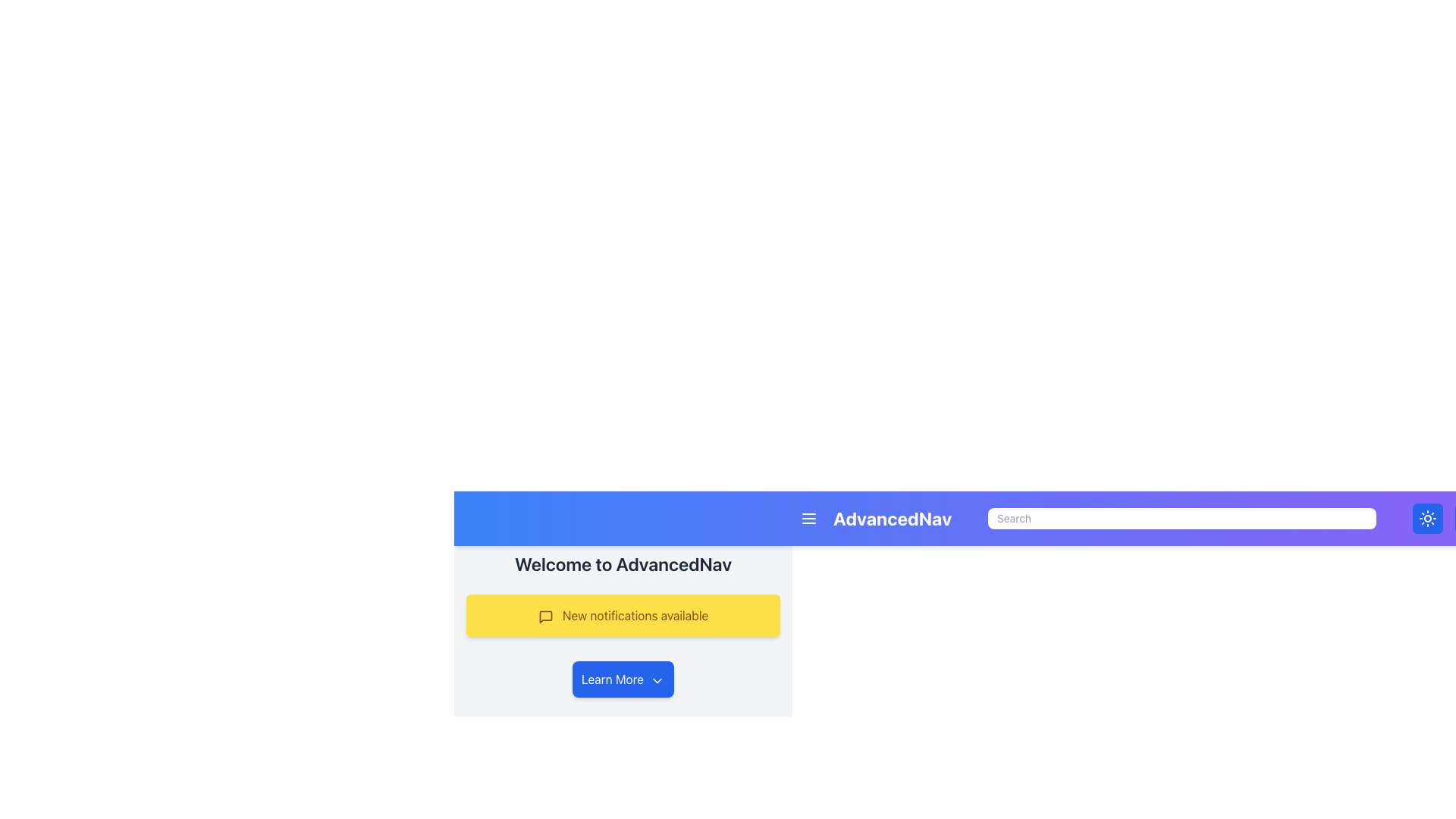 The width and height of the screenshot is (1456, 819). I want to click on the Sun Graphic icon located at the far right end of the navigation bar, so click(1426, 517).